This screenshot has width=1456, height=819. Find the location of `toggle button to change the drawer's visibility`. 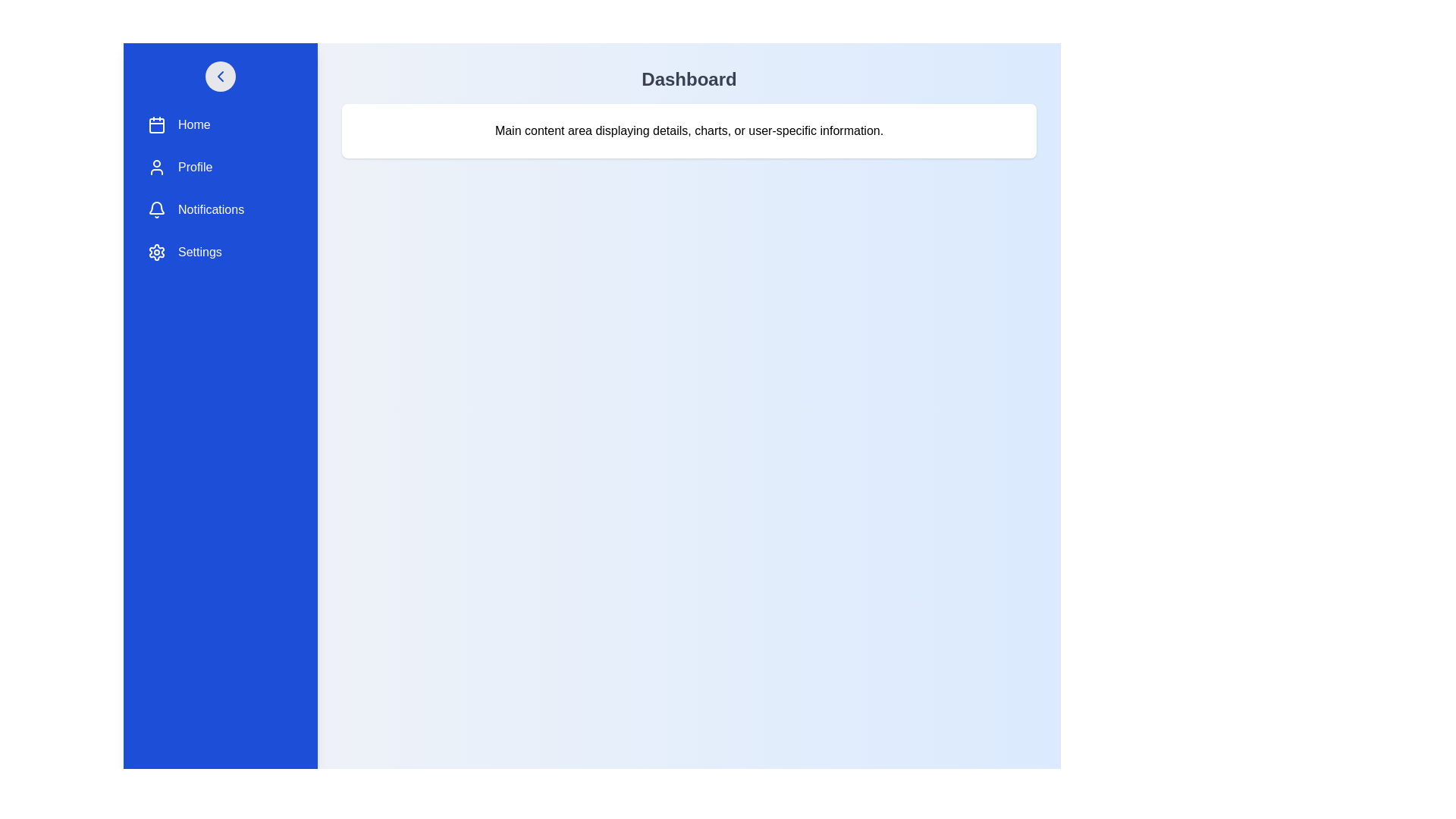

toggle button to change the drawer's visibility is located at coordinates (220, 76).